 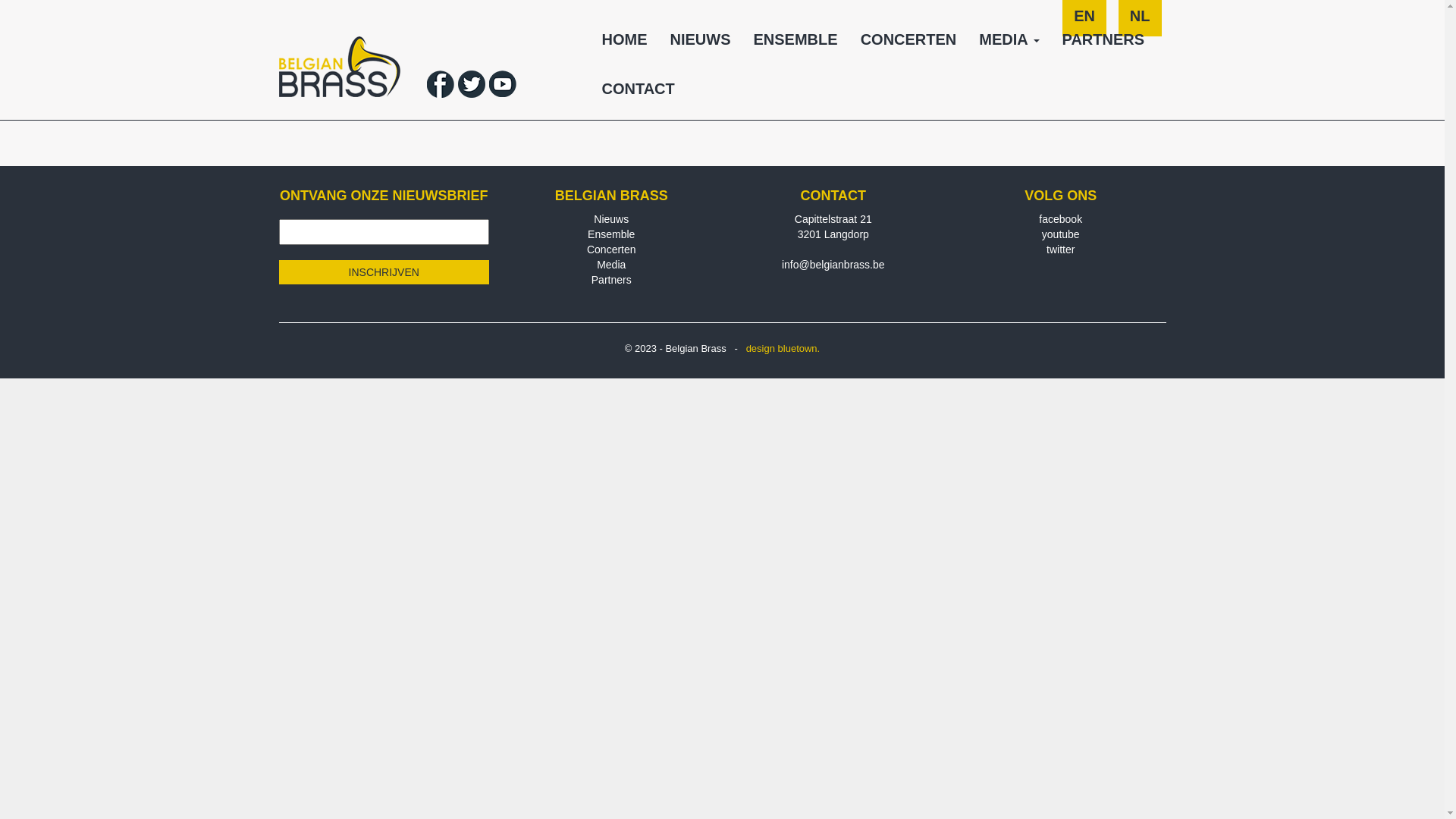 I want to click on 'Ensemble', so click(x=586, y=234).